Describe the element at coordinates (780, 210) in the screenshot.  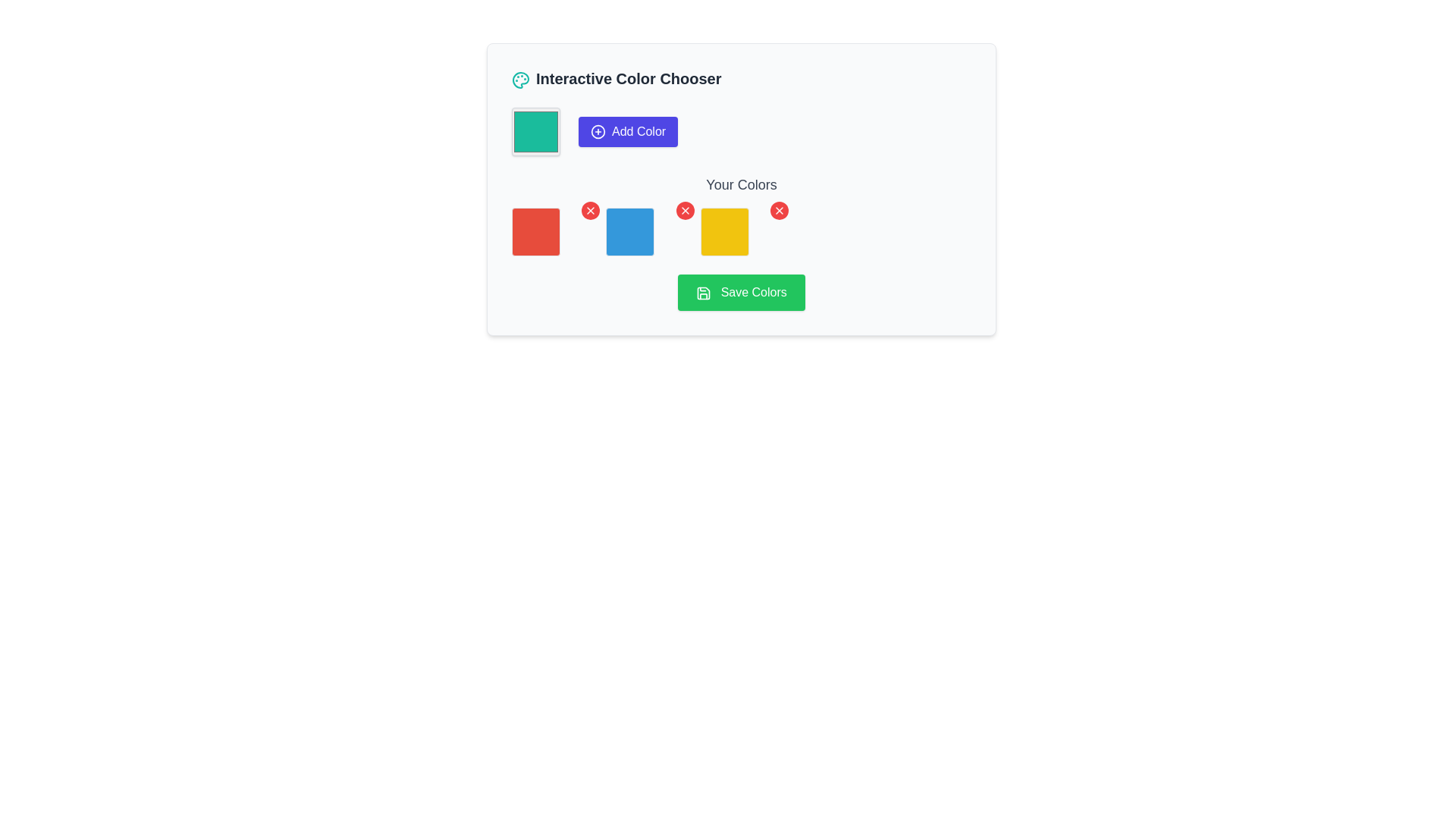
I see `the red circular delete button with a cross ('X') icon located in the top-right corner of the yellow color swatch in the 'Your Colors' section` at that location.